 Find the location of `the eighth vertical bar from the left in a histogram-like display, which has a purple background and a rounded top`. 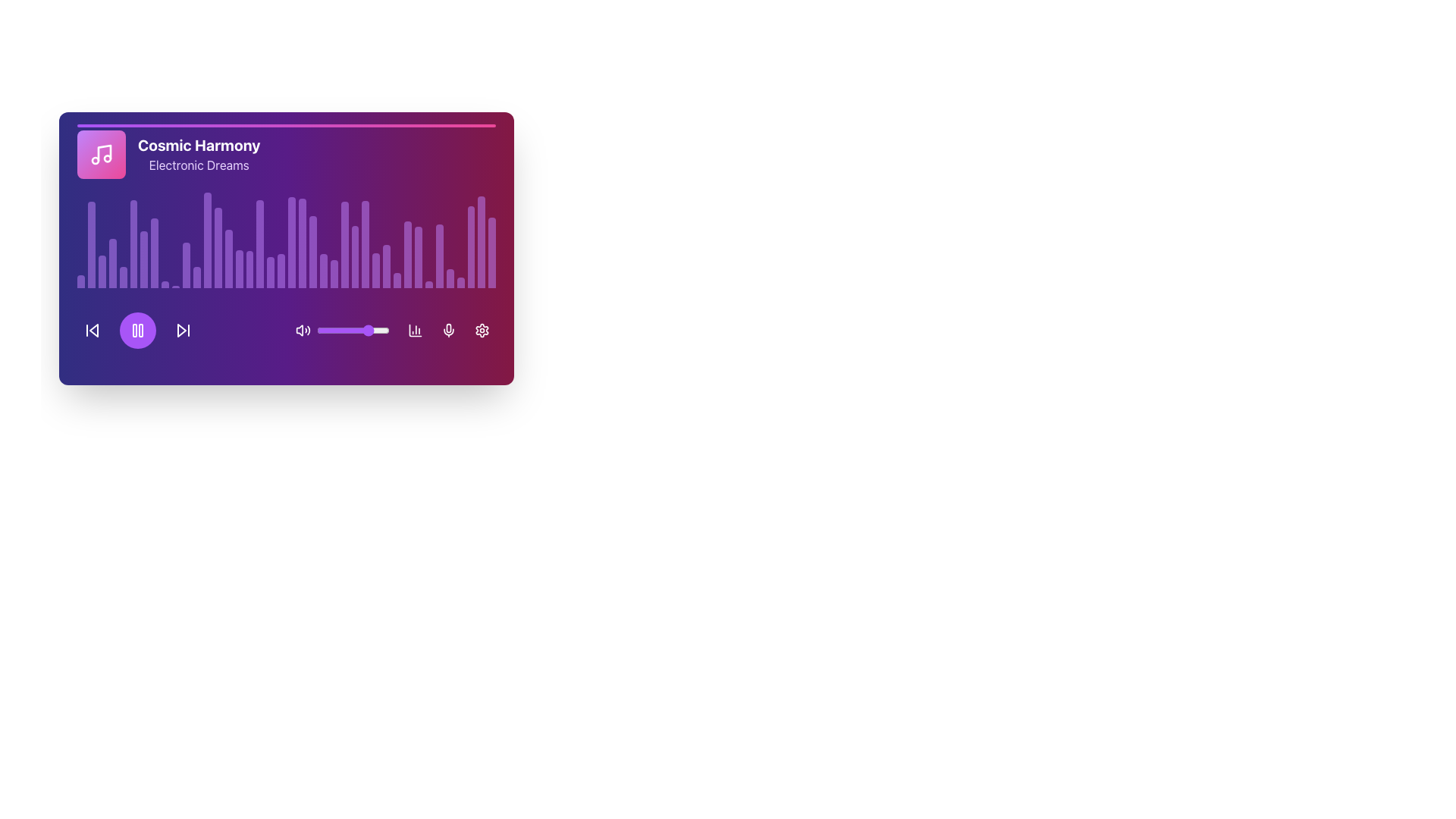

the eighth vertical bar from the left in a histogram-like display, which has a purple background and a rounded top is located at coordinates (155, 252).